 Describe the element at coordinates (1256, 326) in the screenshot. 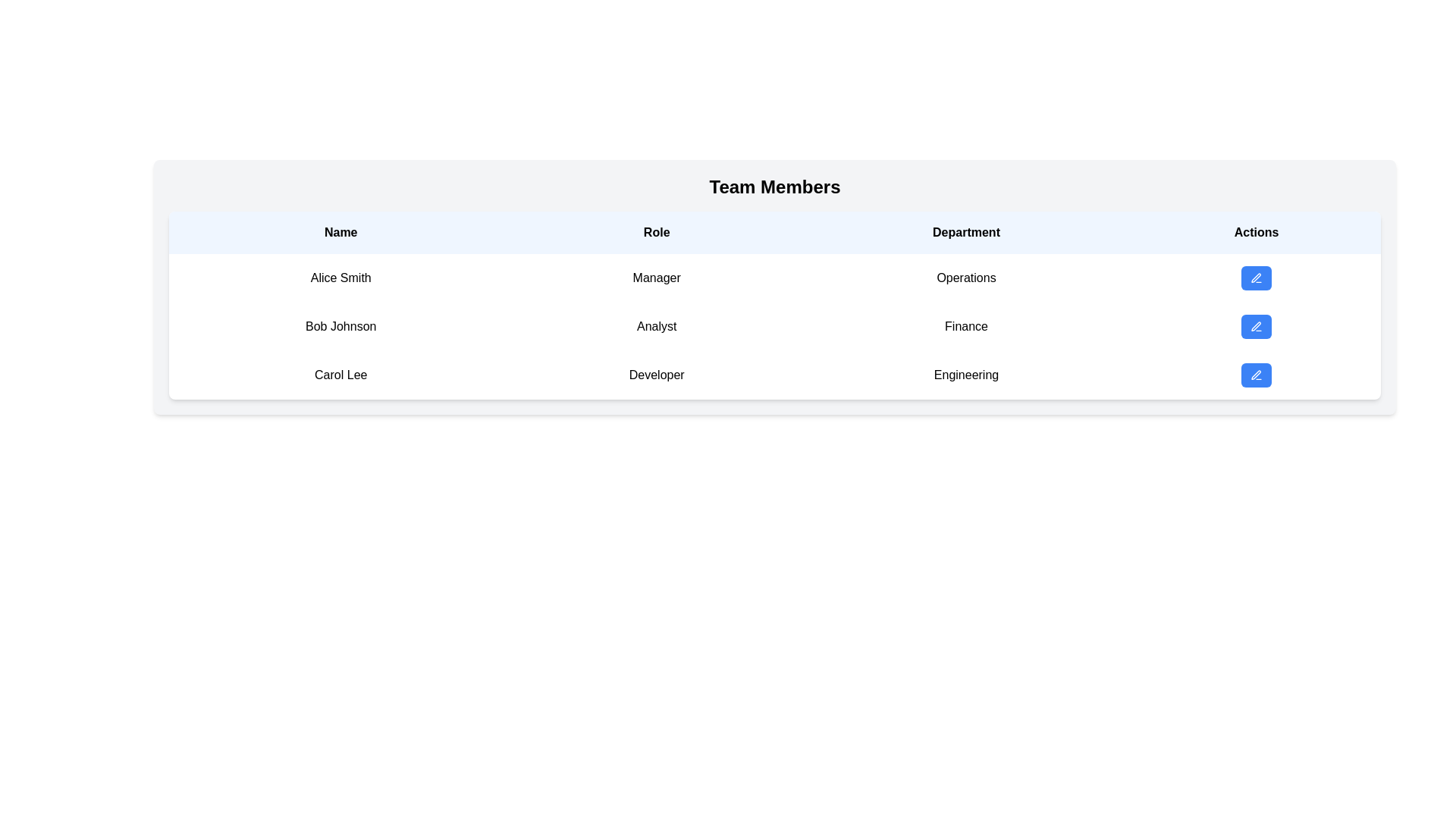

I see `the edit button in the Actions column of the second row for 'Bob Johnson'` at that location.